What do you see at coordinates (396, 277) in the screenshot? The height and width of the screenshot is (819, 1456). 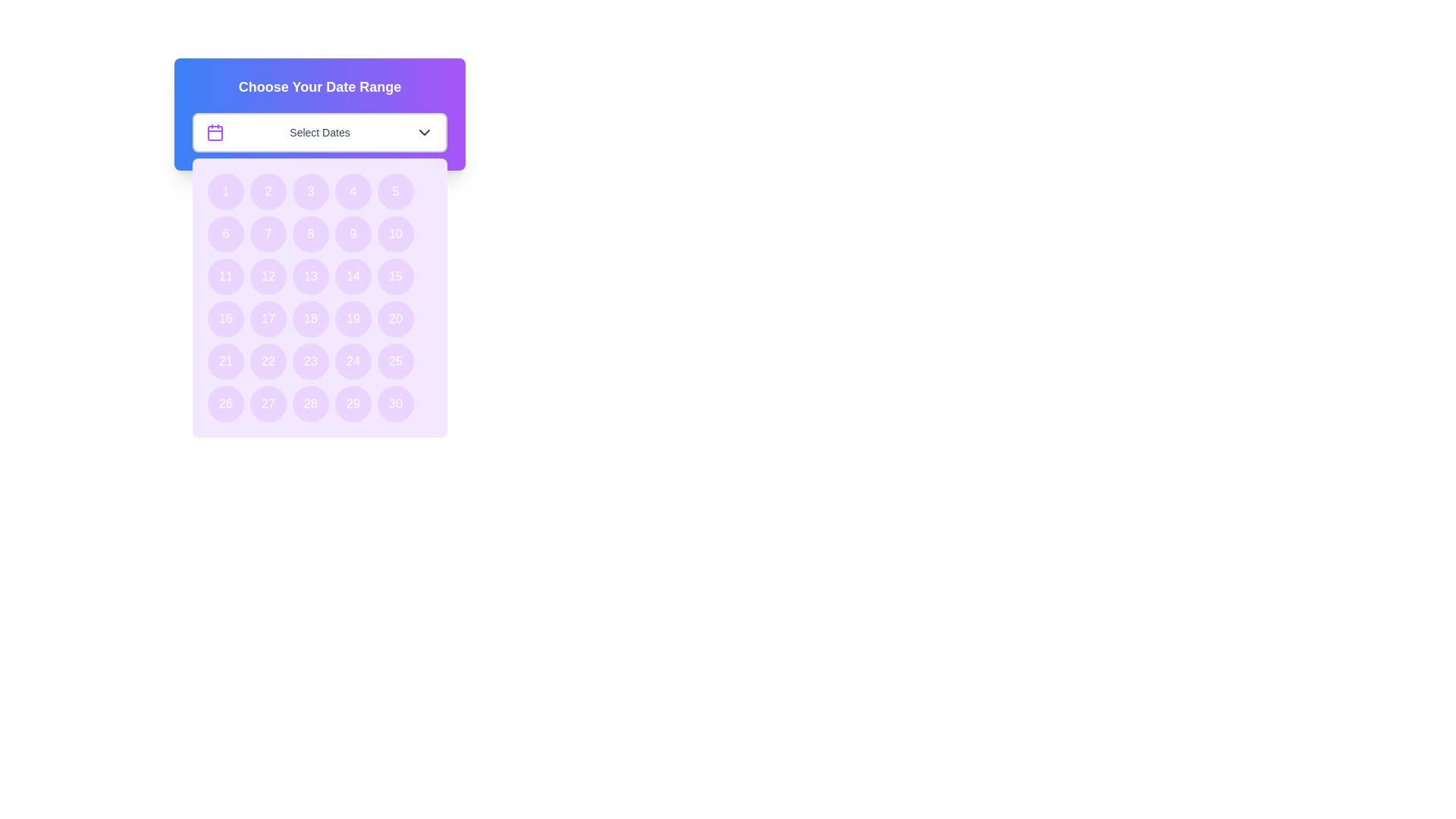 I see `the button representing the date '15' in the fifth column of the third row under the 'Choose Your Date Range' section` at bounding box center [396, 277].